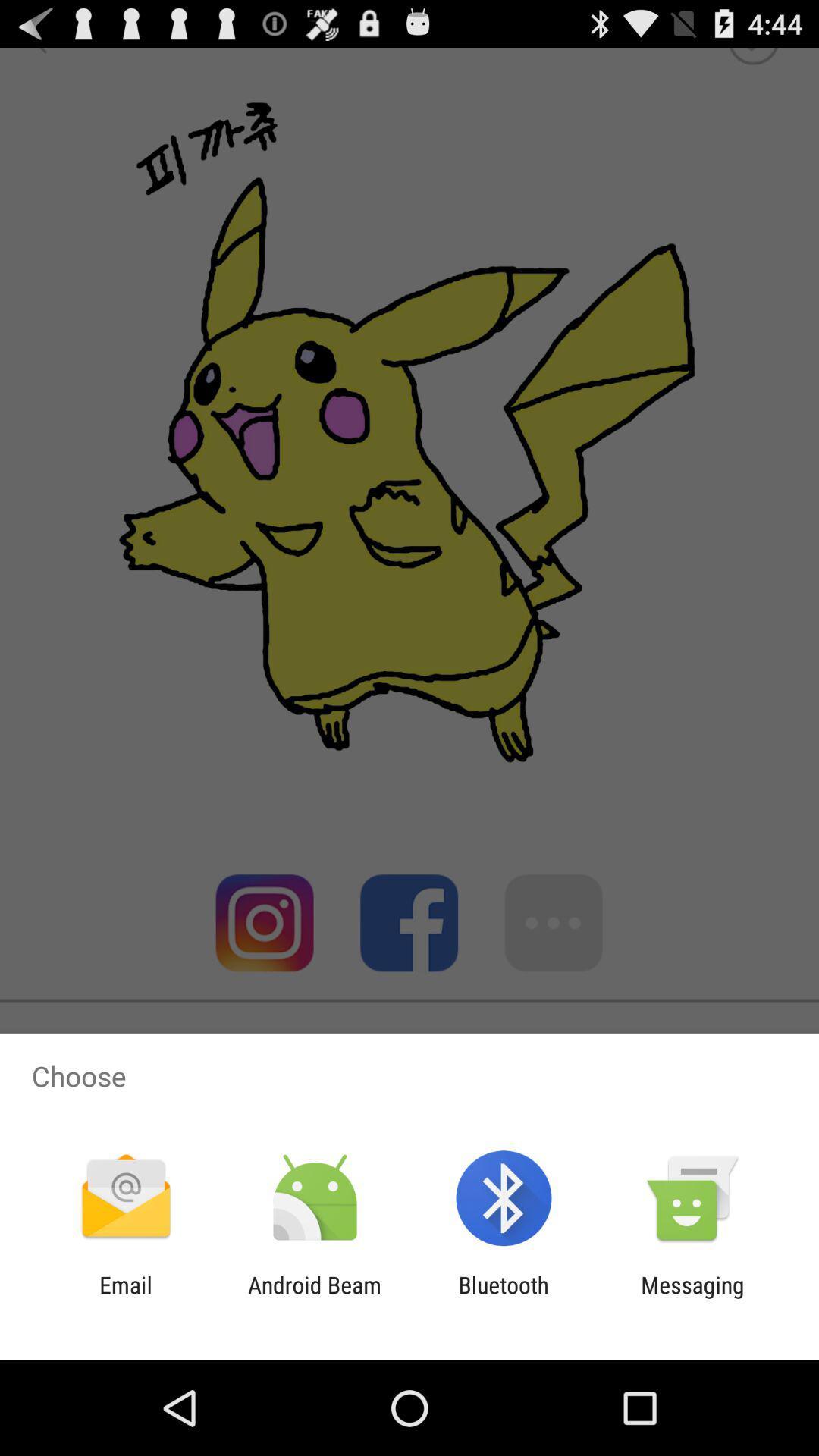  I want to click on messaging icon, so click(692, 1298).